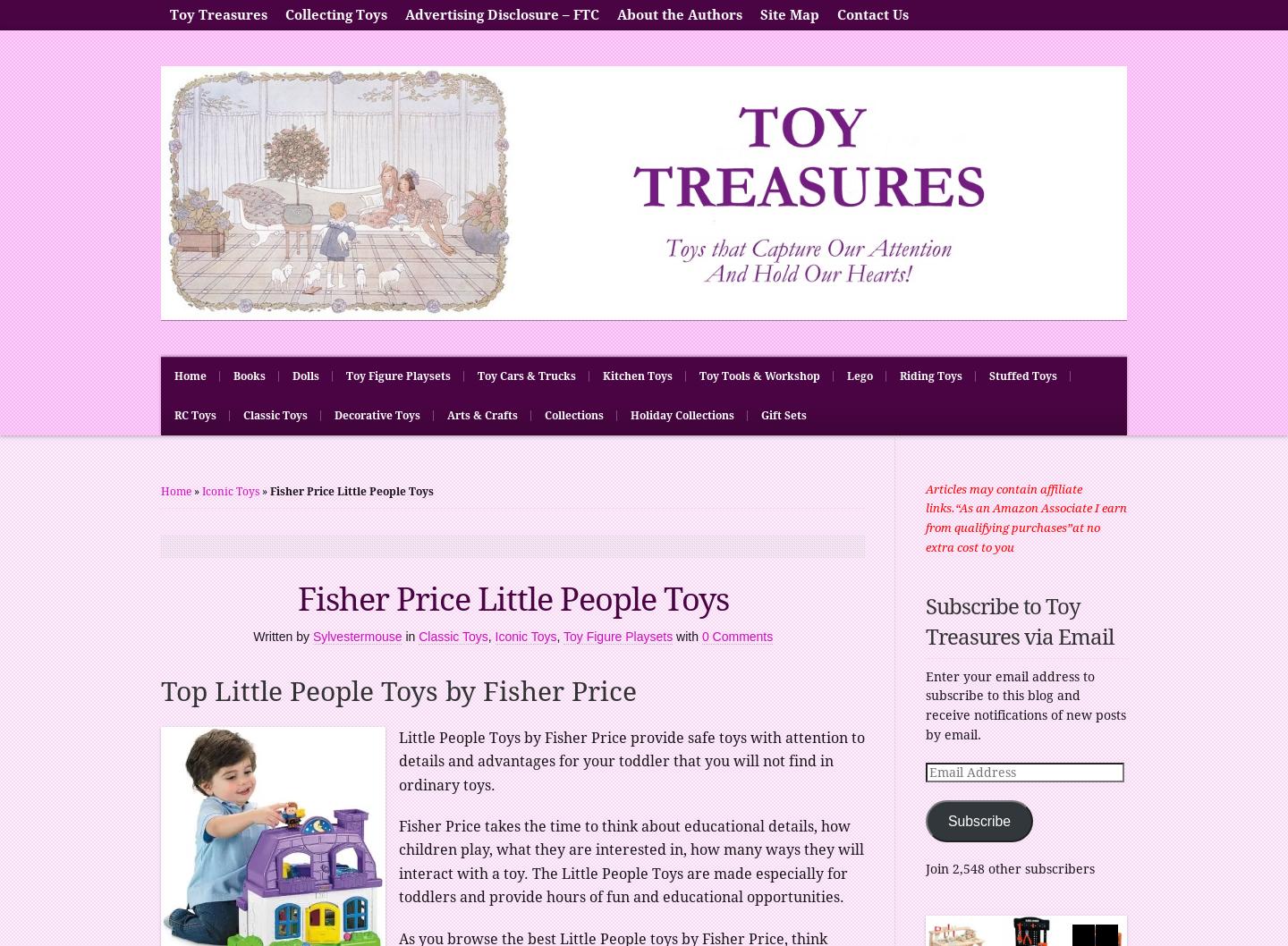 Image resolution: width=1288 pixels, height=946 pixels. What do you see at coordinates (377, 414) in the screenshot?
I see `'Decorative Toys'` at bounding box center [377, 414].